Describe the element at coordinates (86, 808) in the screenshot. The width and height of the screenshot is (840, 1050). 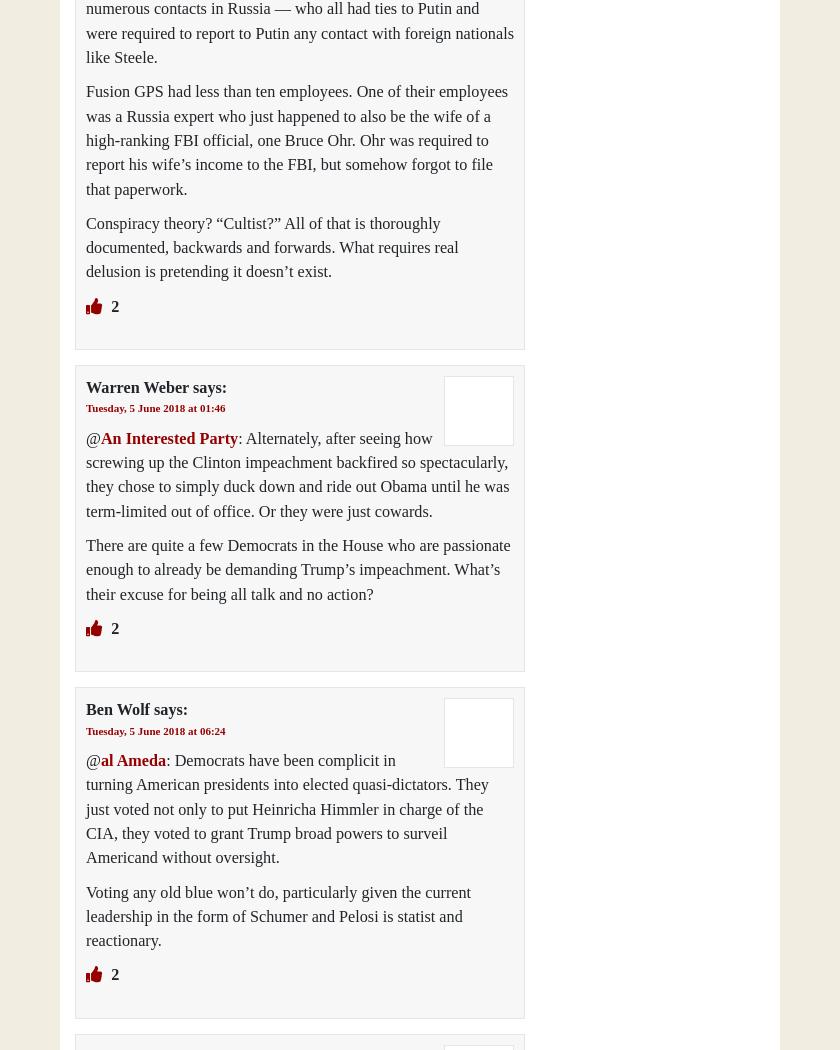
I see `': Democrats have been complicit in turning American presidents into elected quasi-dictators.  They just voted not only to put Heinricha Himmler in charge of the CIA, they voted to grant Trump broad powers to surveil Americand without oversight.'` at that location.